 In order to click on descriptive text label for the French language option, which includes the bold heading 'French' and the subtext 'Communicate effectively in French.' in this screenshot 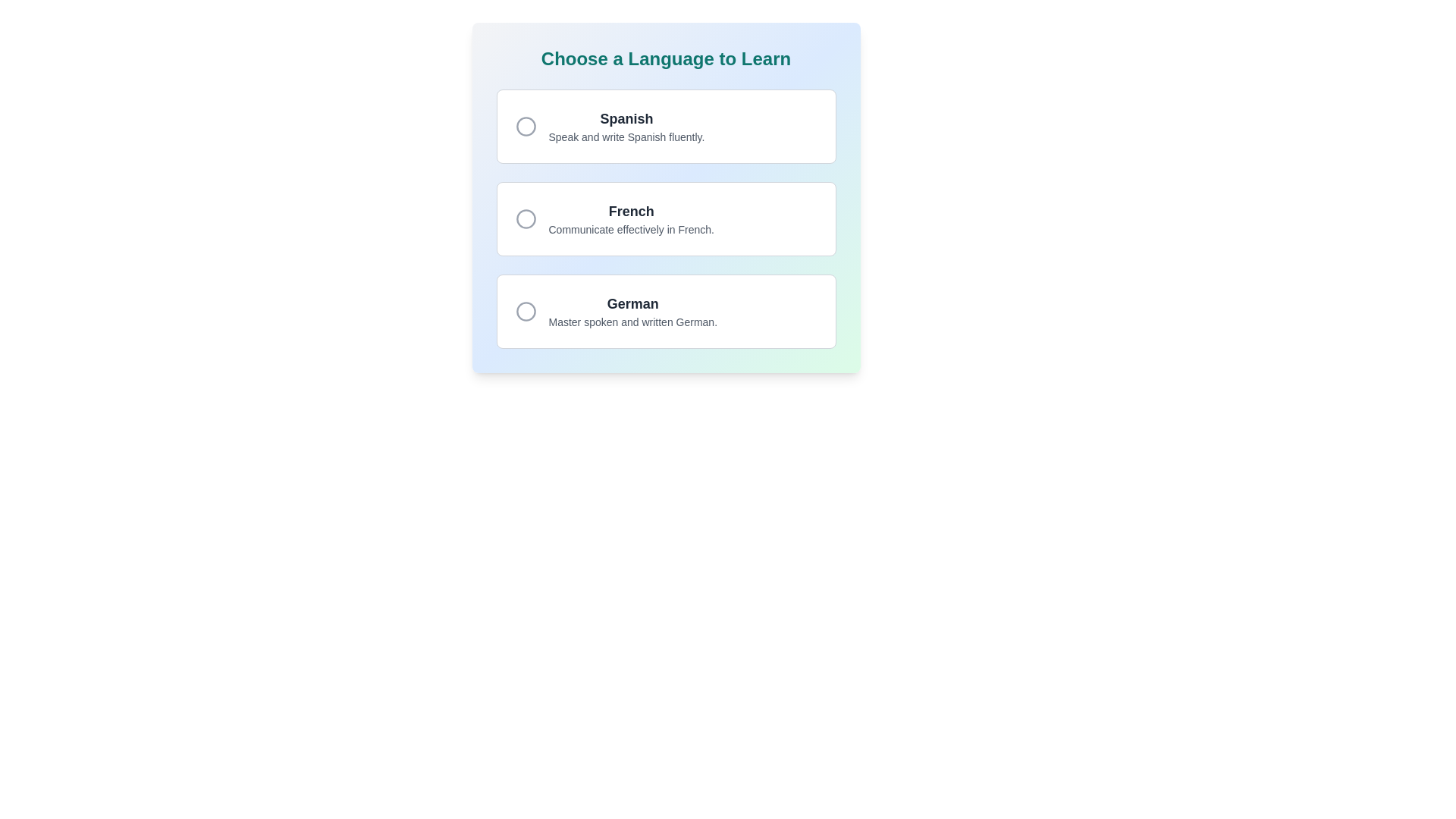, I will do `click(631, 219)`.